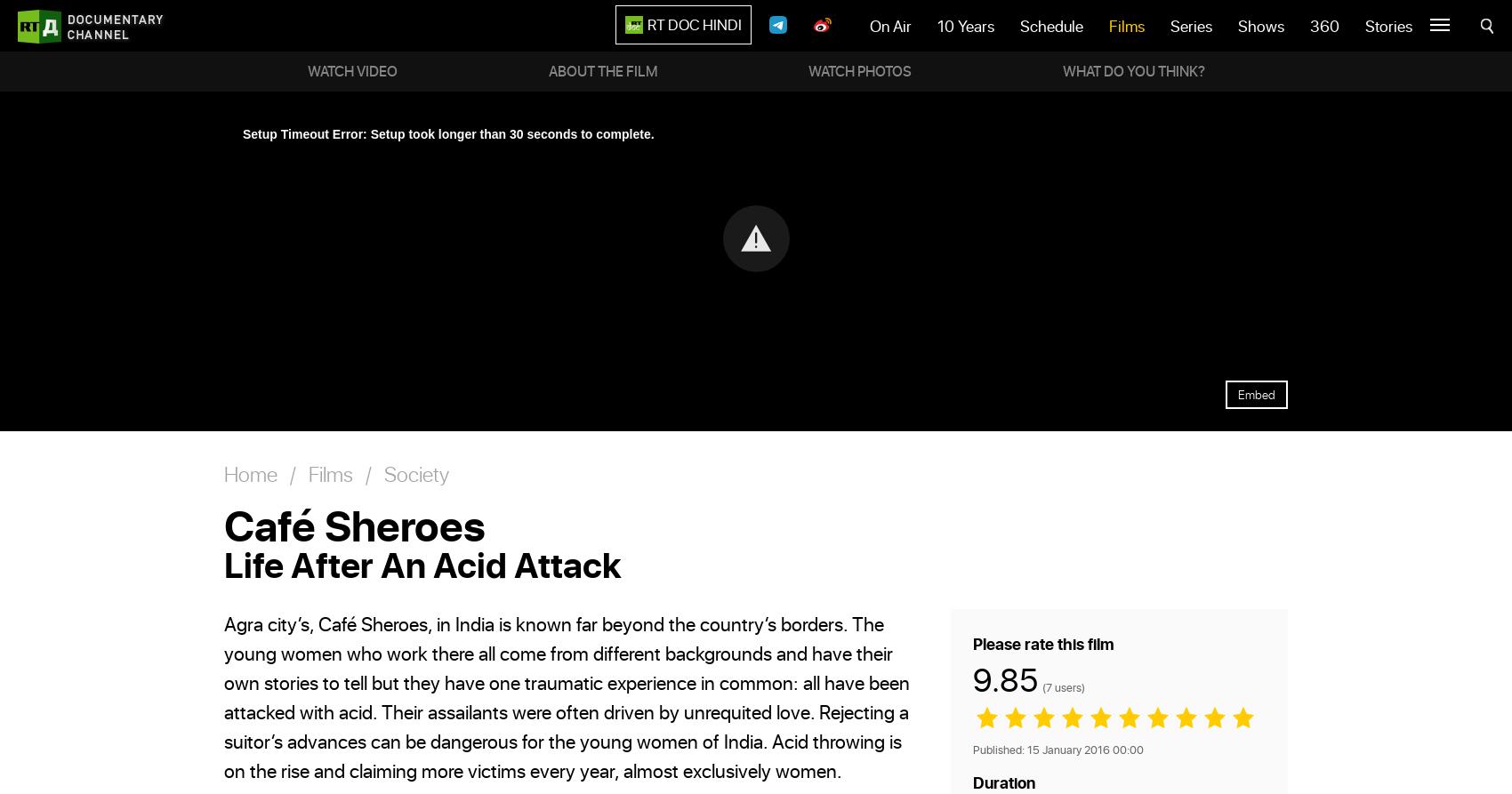 The width and height of the screenshot is (1512, 794). Describe the element at coordinates (1062, 686) in the screenshot. I see `'(7 users)'` at that location.